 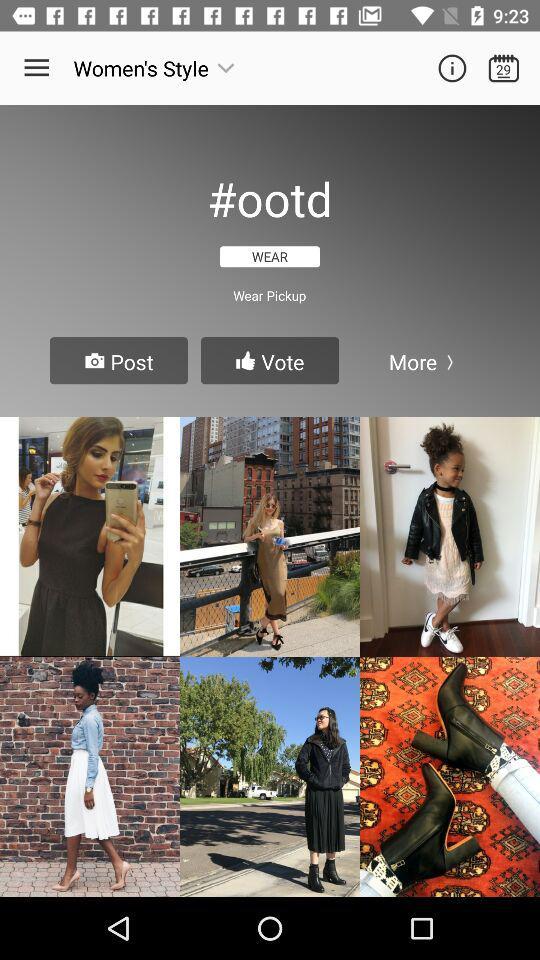 I want to click on information tab, so click(x=452, y=68).